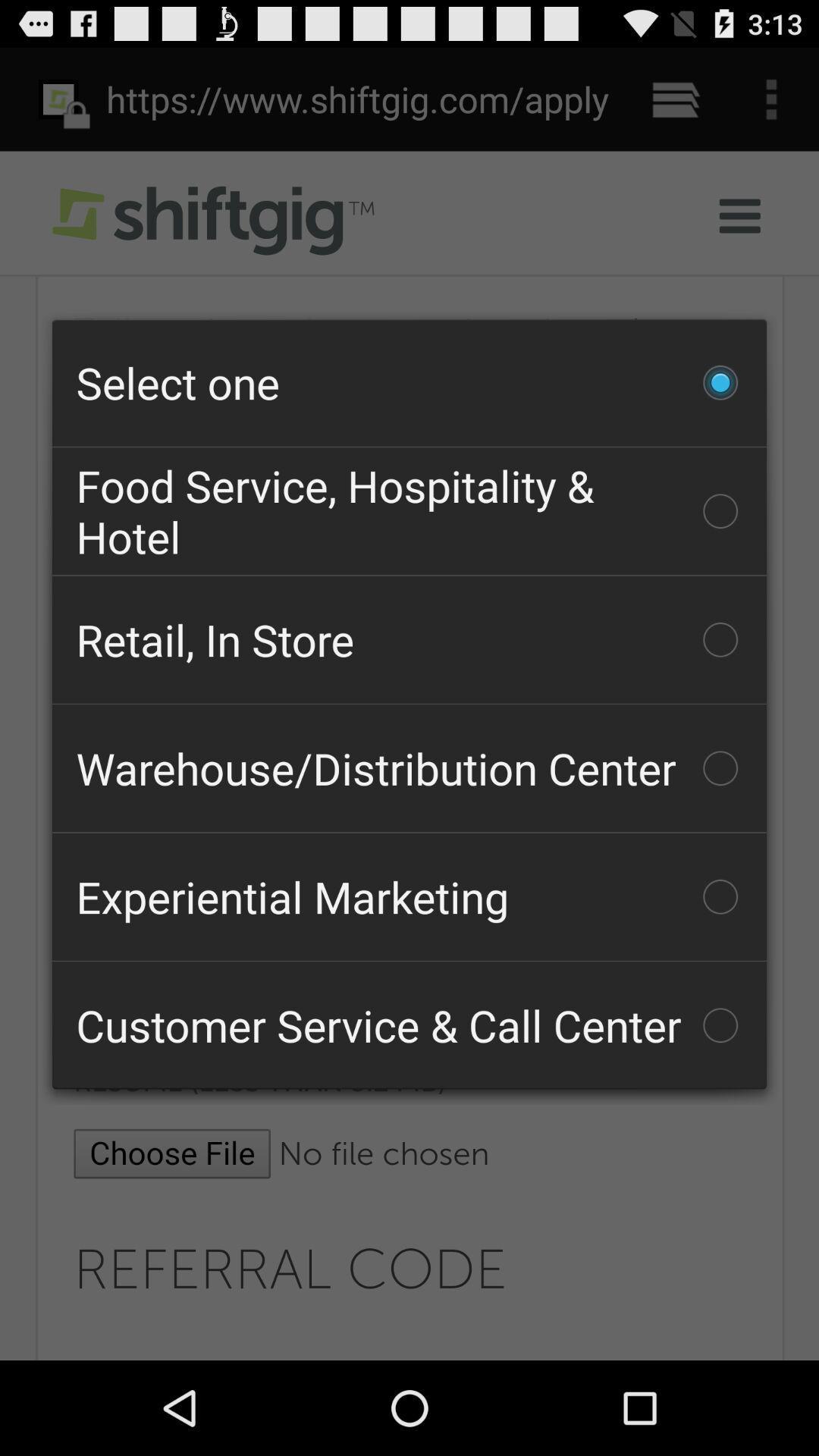 The width and height of the screenshot is (819, 1456). Describe the element at coordinates (409, 382) in the screenshot. I see `select one icon` at that location.